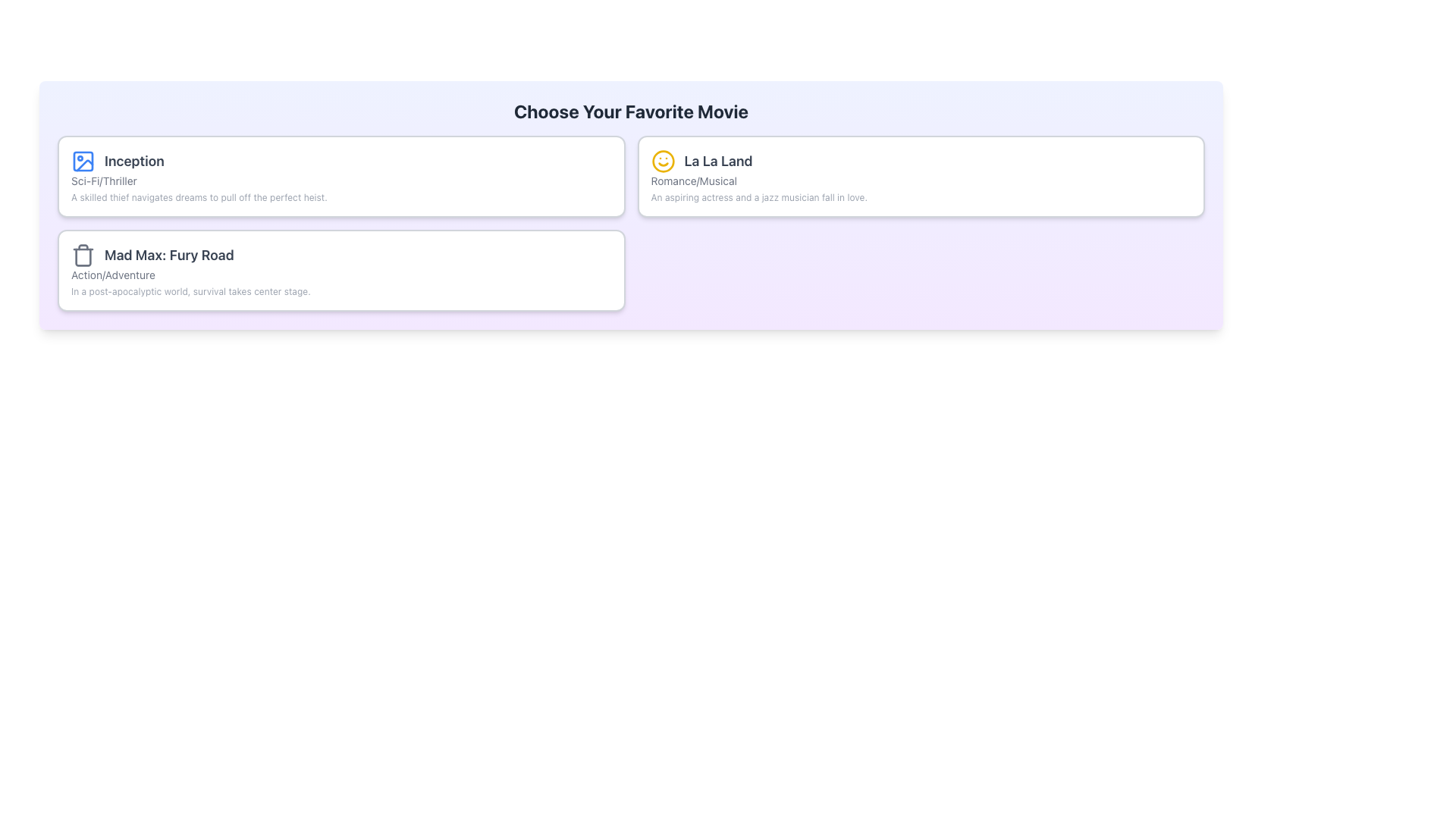 The image size is (1456, 819). I want to click on the static text element that provides a brief description of the movie's plot, located in the 'Inception' card, beneath the 'Sci-Fi/Thriller' text, so click(198, 197).